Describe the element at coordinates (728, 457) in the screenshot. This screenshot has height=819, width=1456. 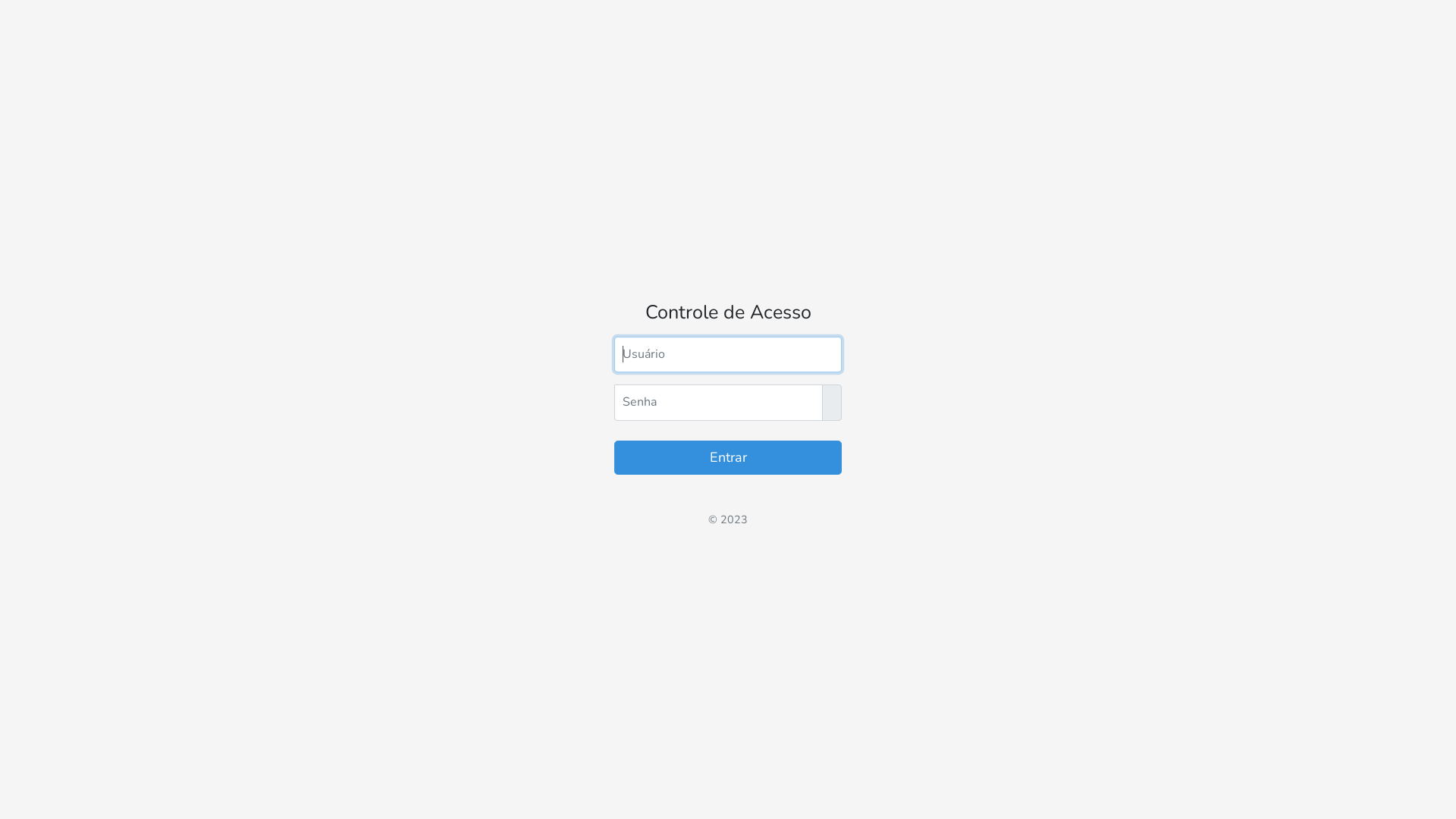
I see `'Entrar'` at that location.